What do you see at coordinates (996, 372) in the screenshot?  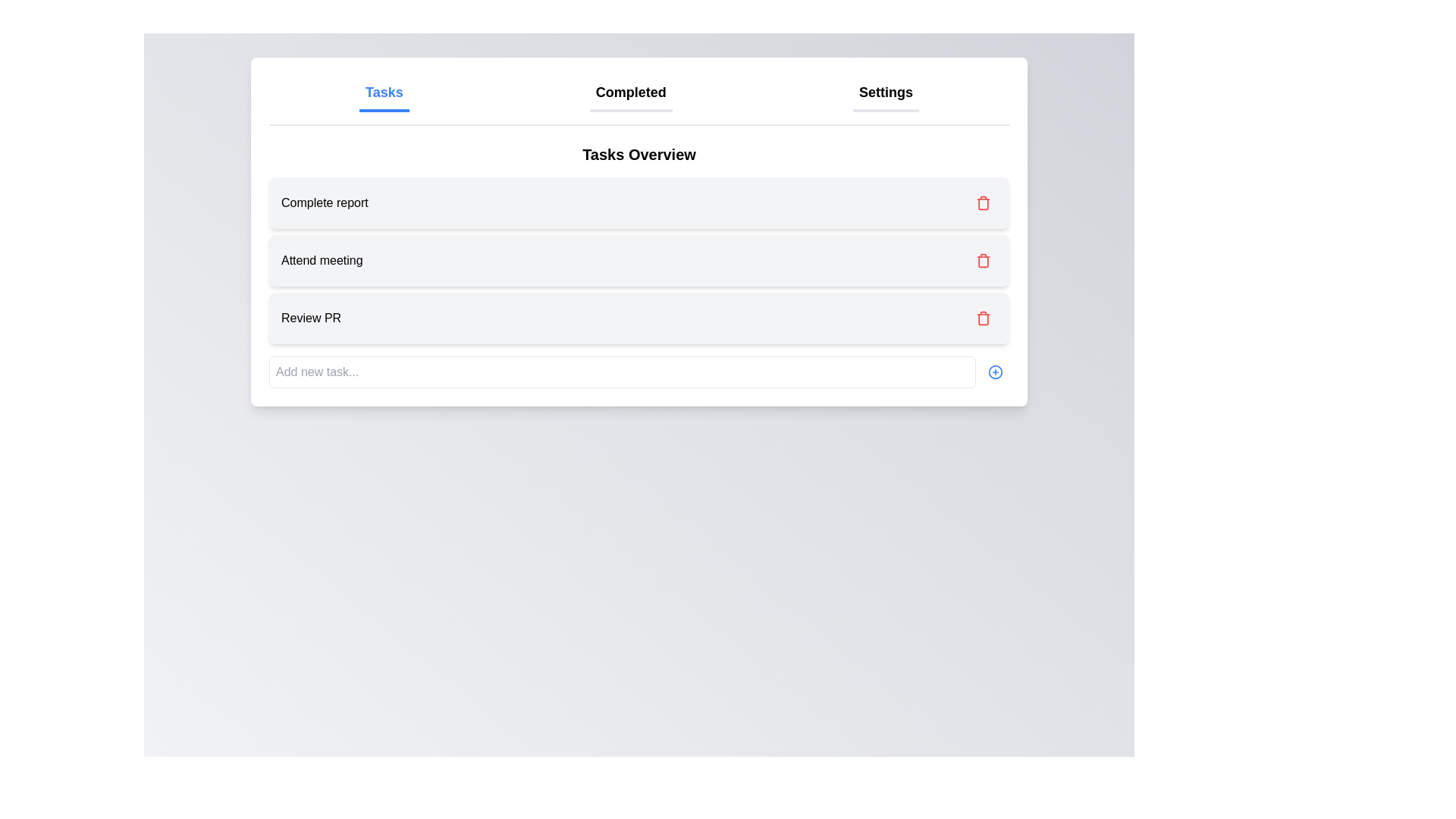 I see `the circular button with a blue border and a centered '+' symbol located at the bottom-right corner of the task input field` at bounding box center [996, 372].